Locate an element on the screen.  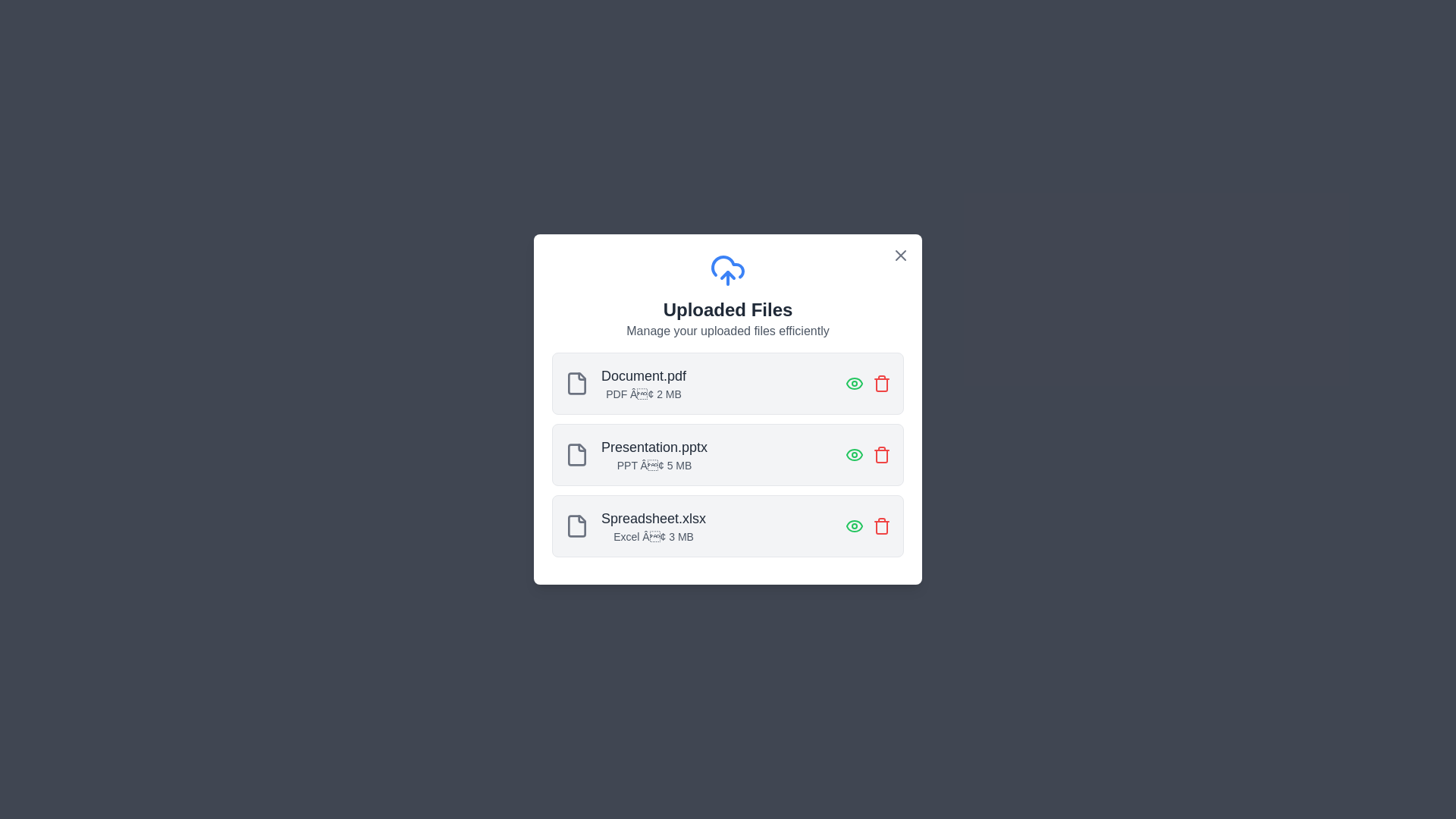
the trash bin icon in the button group located next to the 'Document.pdf' item listing, which is styled in red and indicates a delete function is located at coordinates (868, 382).